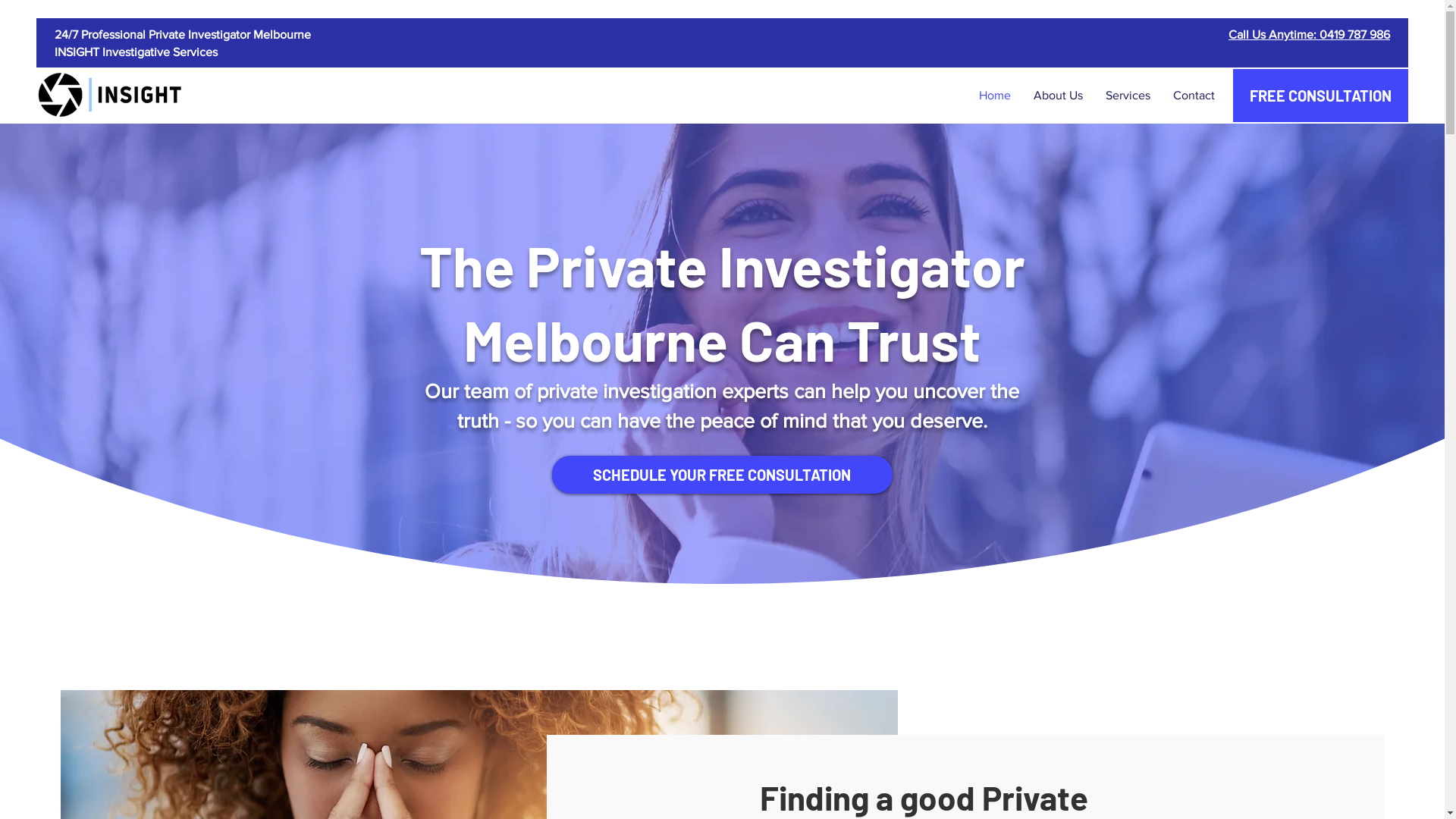 This screenshot has width=1456, height=819. Describe the element at coordinates (1057, 96) in the screenshot. I see `'About Us'` at that location.